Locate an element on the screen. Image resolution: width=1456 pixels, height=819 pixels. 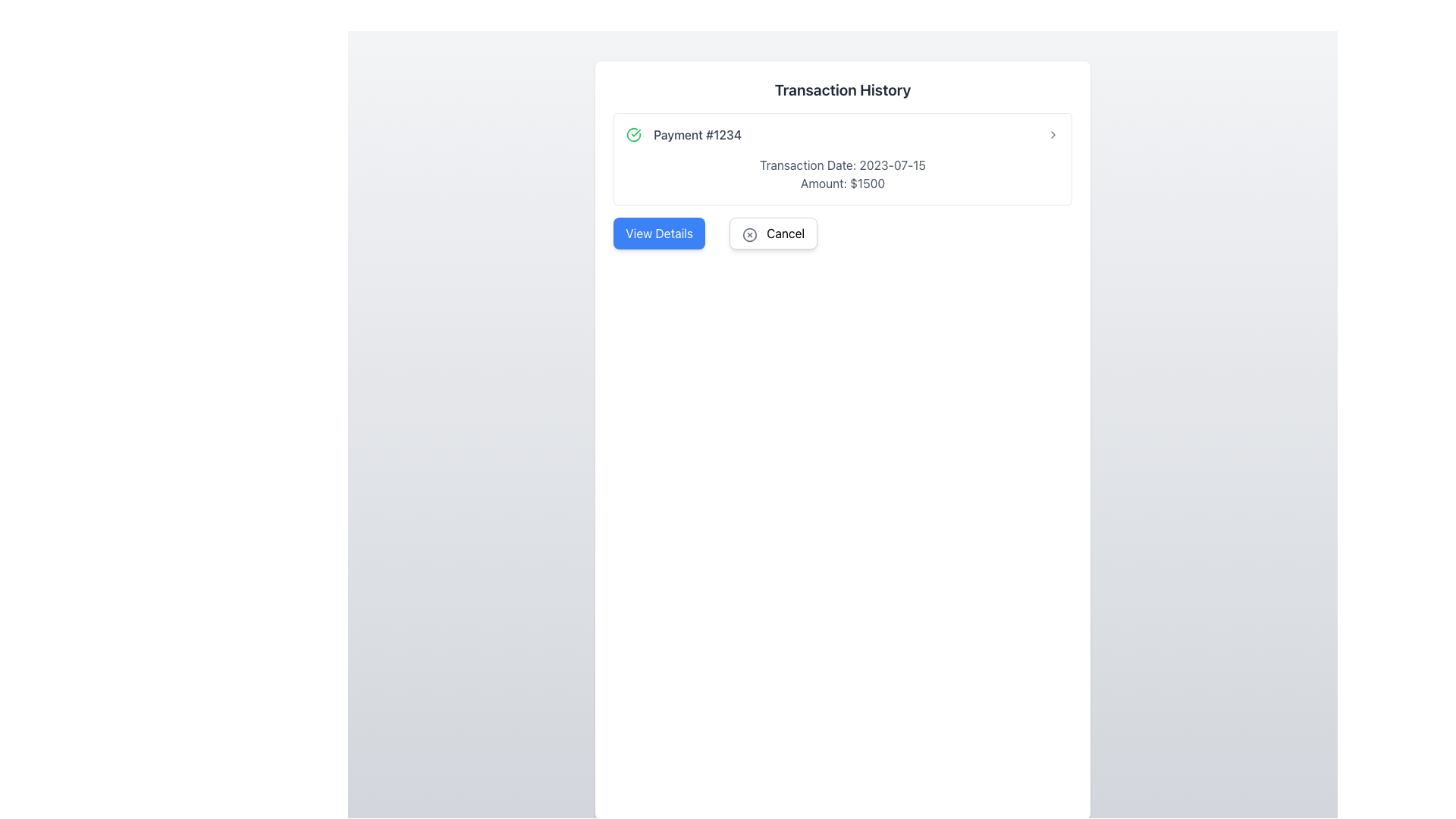
the circular icon within the 'Cancel' button that features a small red icon and an 'X' shape, located to the right of the 'View Details' button is located at coordinates (749, 234).